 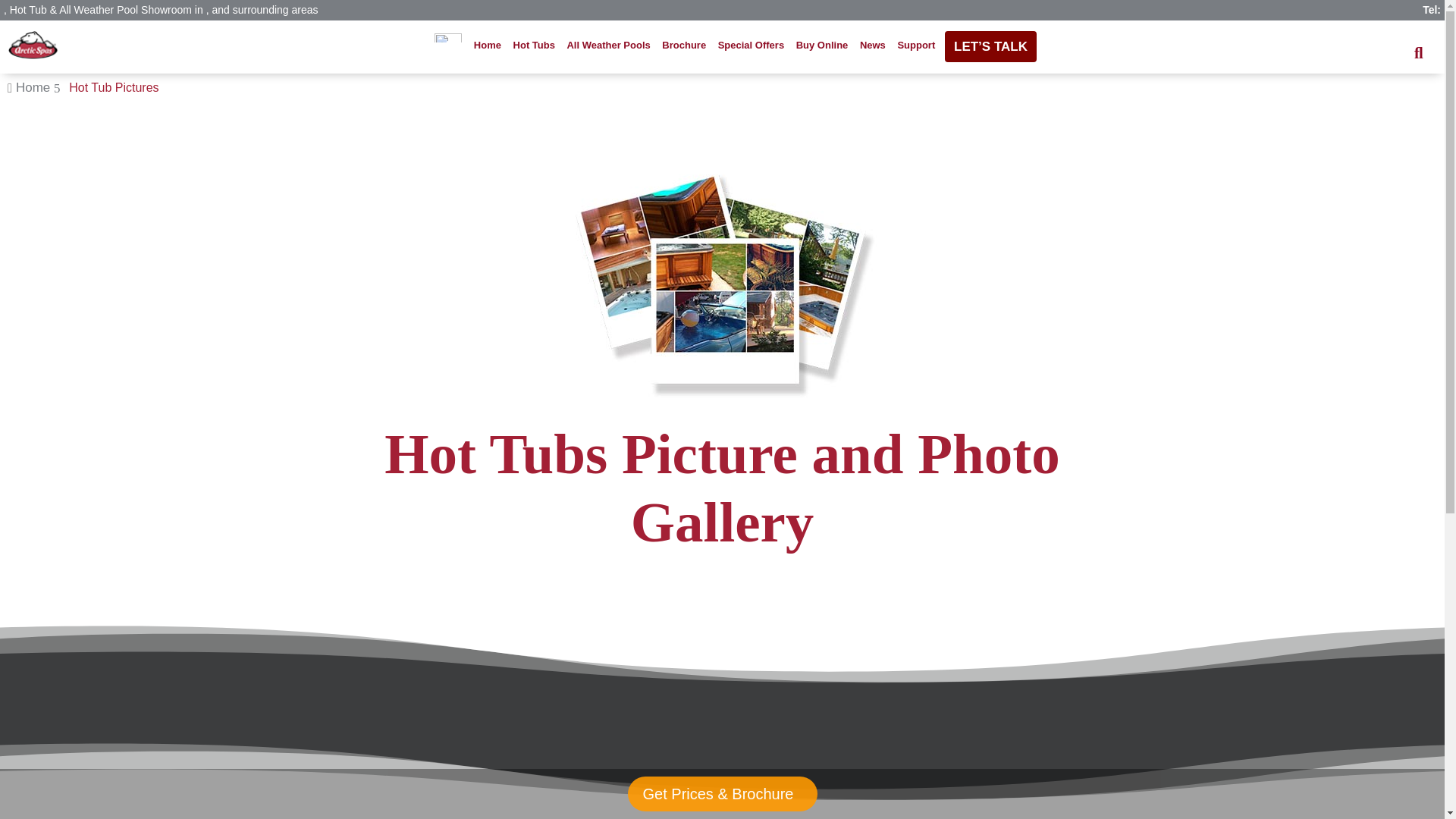 What do you see at coordinates (683, 44) in the screenshot?
I see `'Brochure'` at bounding box center [683, 44].